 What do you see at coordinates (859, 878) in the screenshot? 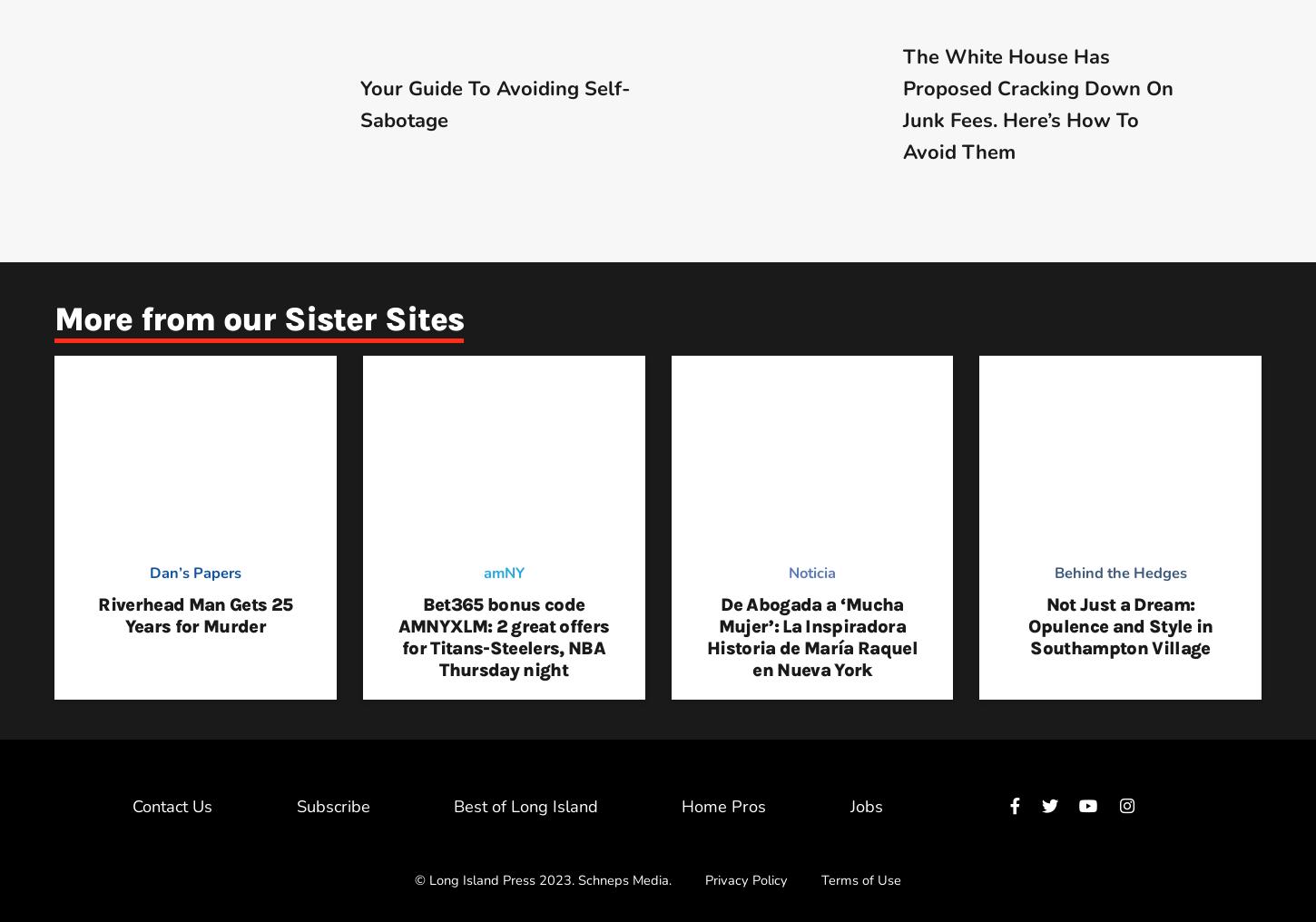
I see `'Terms of Use'` at bounding box center [859, 878].